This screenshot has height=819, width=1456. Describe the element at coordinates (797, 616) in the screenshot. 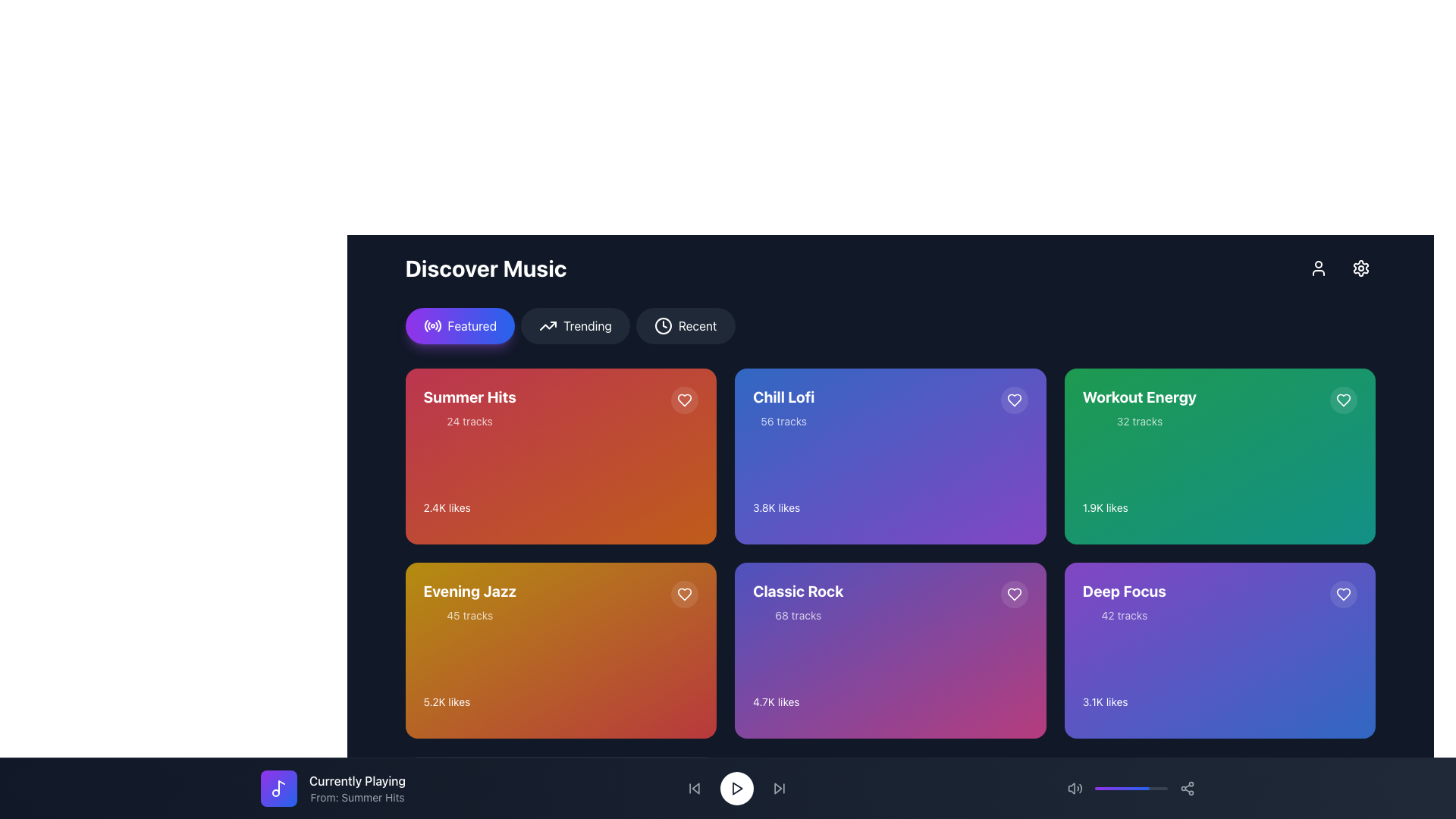

I see `the Text label that indicates the number of tracks available in the 'Classic Rock' playlist, positioned below the 'Classic Rock' text in the Discover Music grid layout` at that location.